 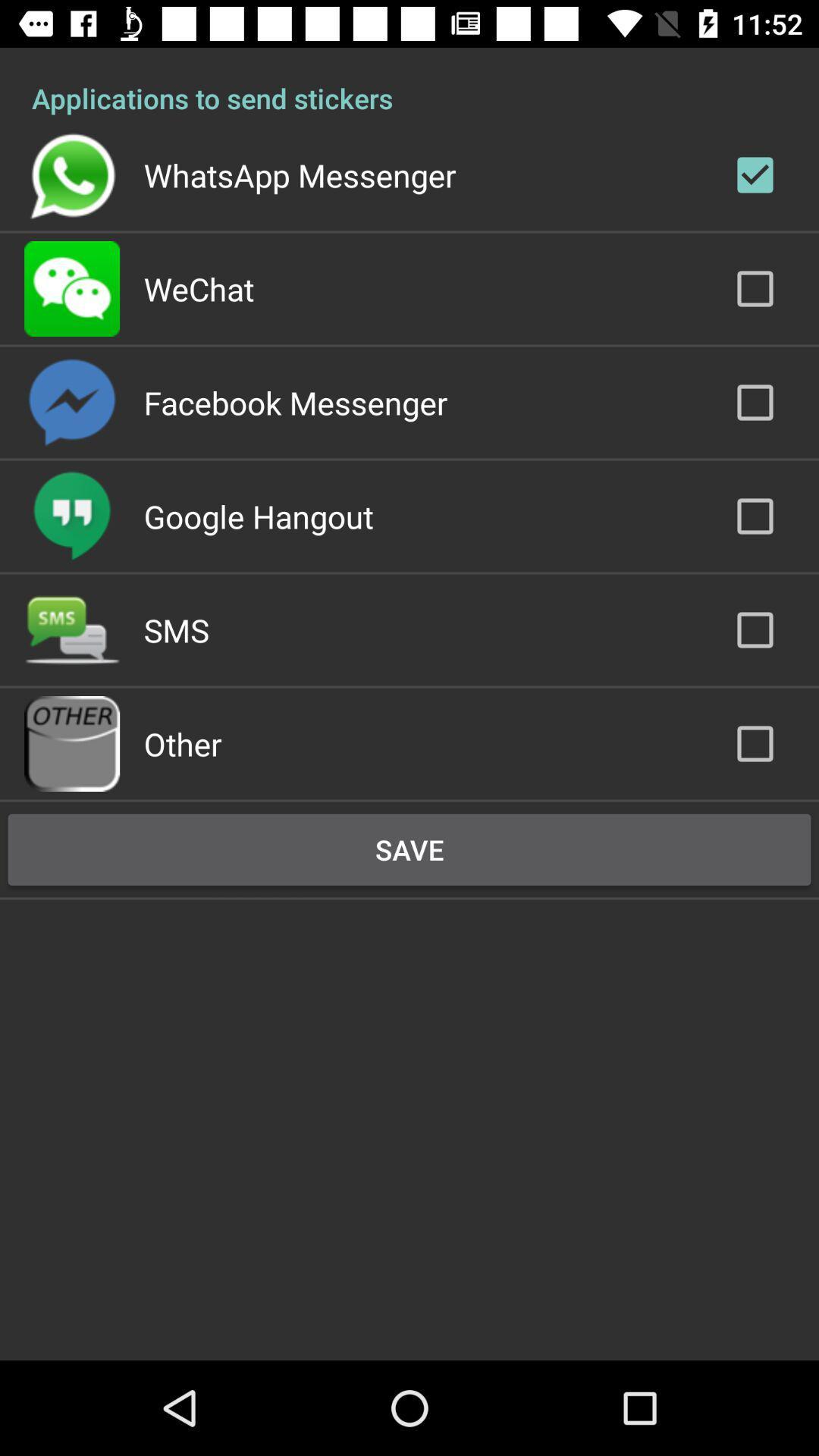 I want to click on the whatsapp messenger item, so click(x=300, y=174).